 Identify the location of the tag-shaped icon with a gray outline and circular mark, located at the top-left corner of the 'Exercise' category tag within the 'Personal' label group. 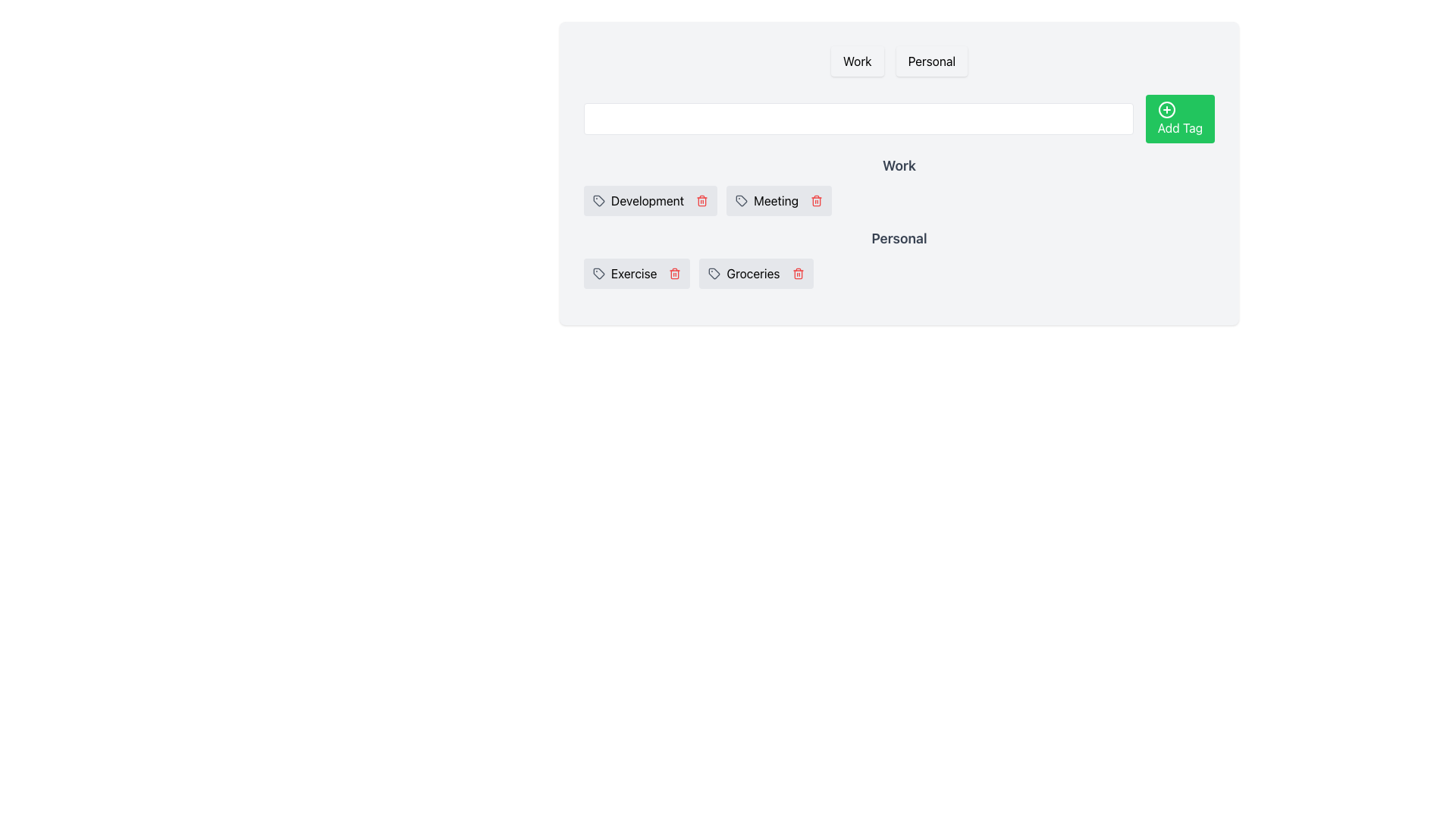
(598, 274).